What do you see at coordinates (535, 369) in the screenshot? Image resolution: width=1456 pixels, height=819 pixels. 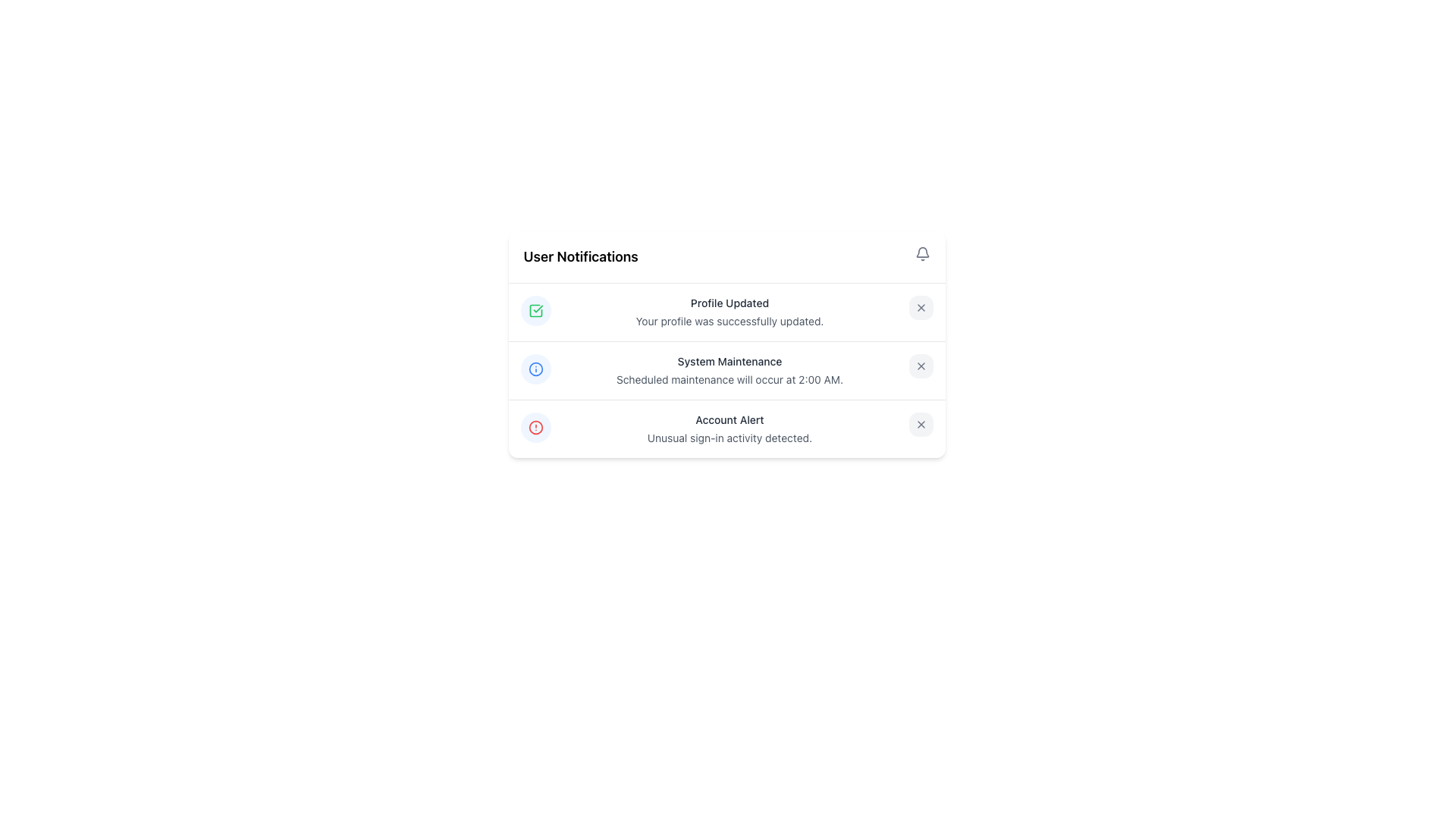 I see `the icon in the second row of the 'User Notifications' list indicating 'System Maintenance'` at bounding box center [535, 369].